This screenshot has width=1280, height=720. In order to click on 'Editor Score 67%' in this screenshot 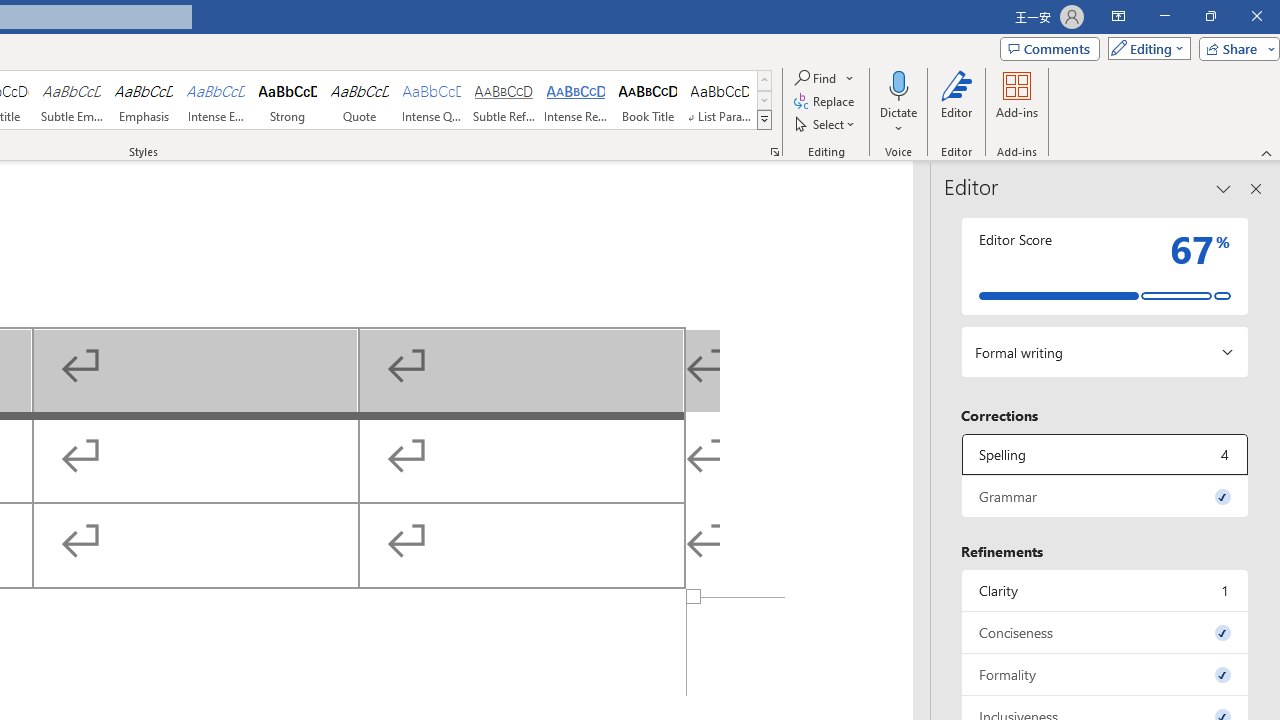, I will do `click(1104, 265)`.